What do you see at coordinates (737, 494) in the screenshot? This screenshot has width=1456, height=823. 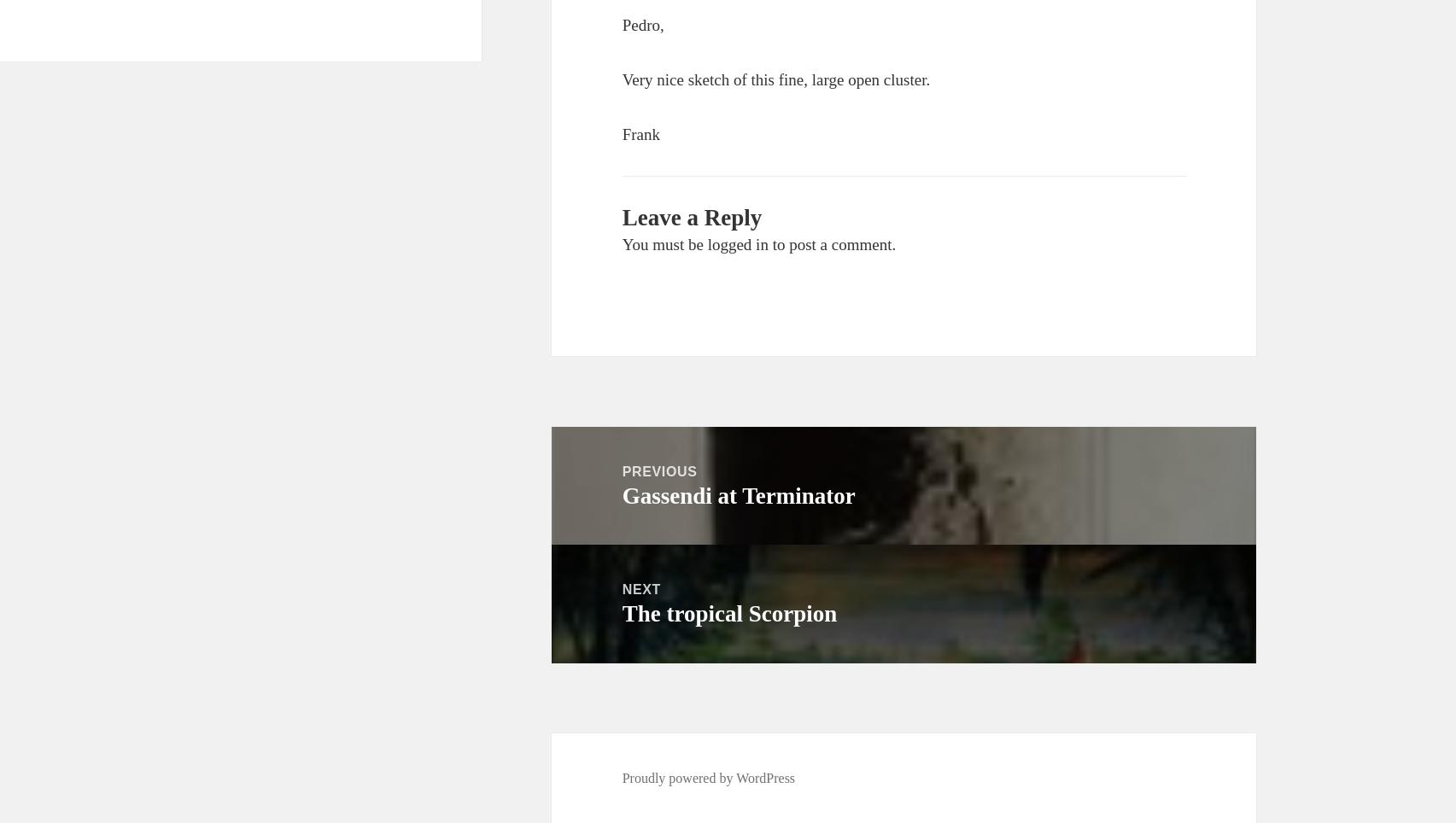 I see `'Gassendi at Terminator'` at bounding box center [737, 494].